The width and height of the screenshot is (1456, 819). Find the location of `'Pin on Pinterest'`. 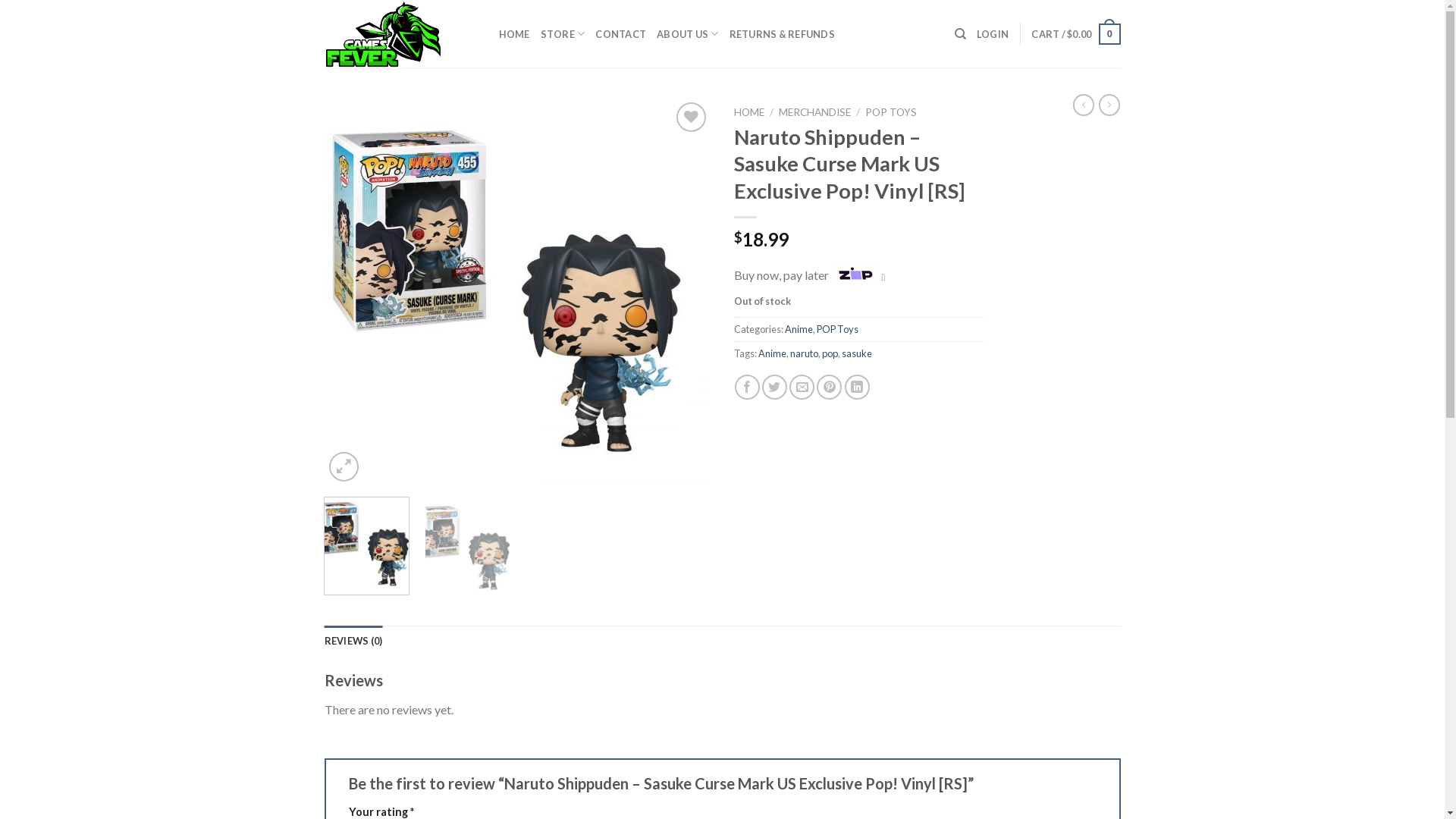

'Pin on Pinterest' is located at coordinates (828, 386).